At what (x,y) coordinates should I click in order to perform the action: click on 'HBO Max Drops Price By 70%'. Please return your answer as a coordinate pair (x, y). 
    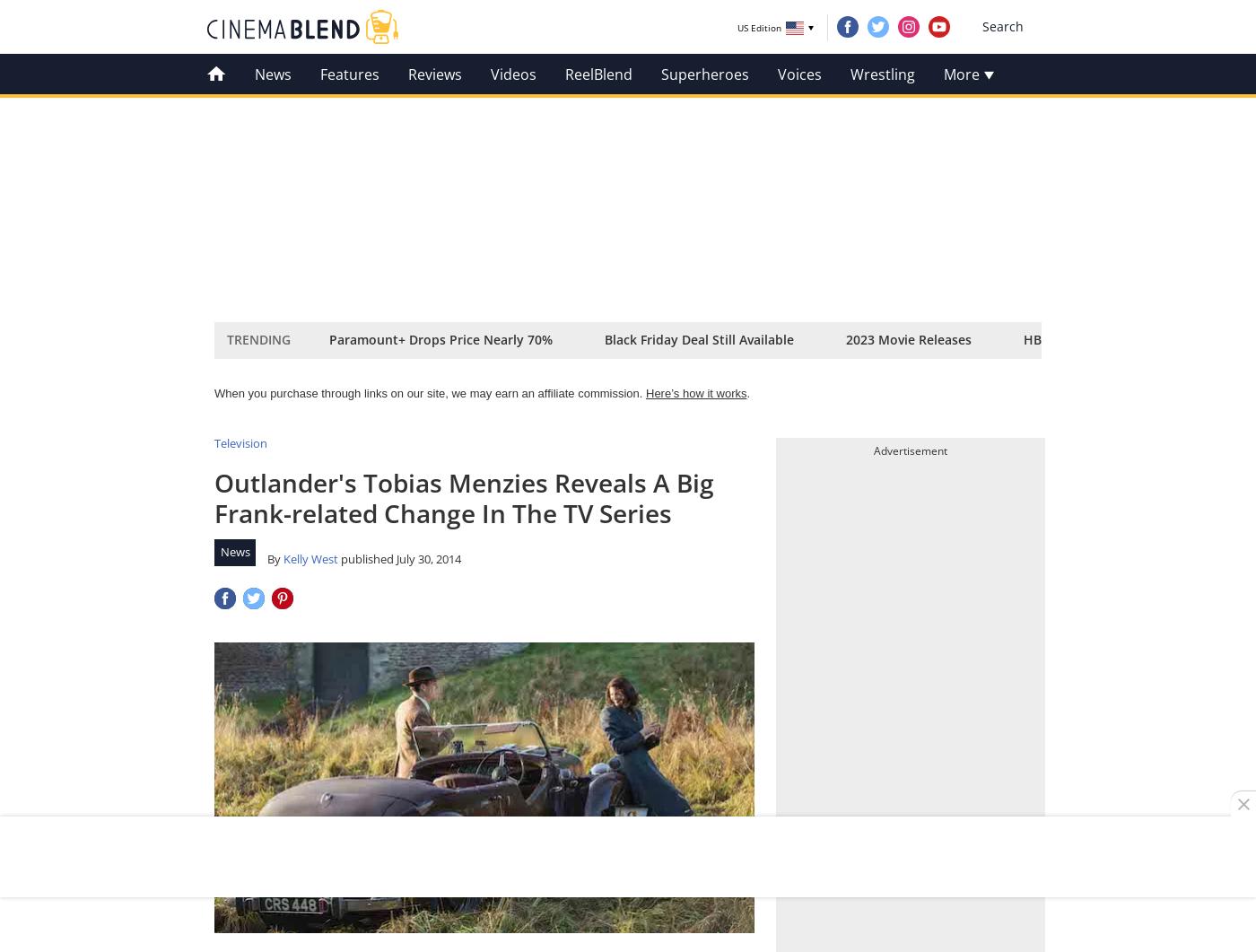
    Looking at the image, I should click on (1024, 339).